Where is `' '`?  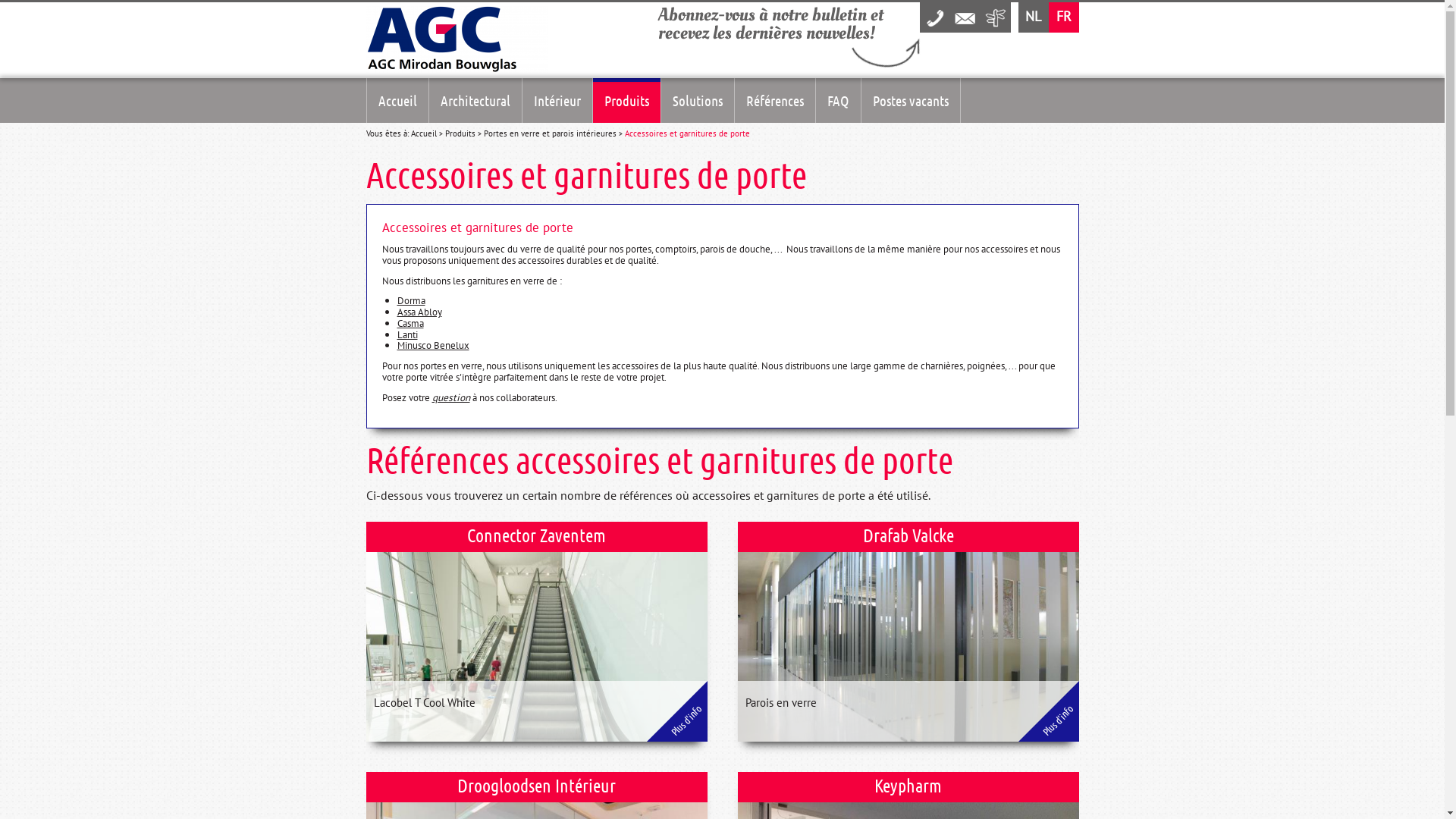 ' ' is located at coordinates (934, 17).